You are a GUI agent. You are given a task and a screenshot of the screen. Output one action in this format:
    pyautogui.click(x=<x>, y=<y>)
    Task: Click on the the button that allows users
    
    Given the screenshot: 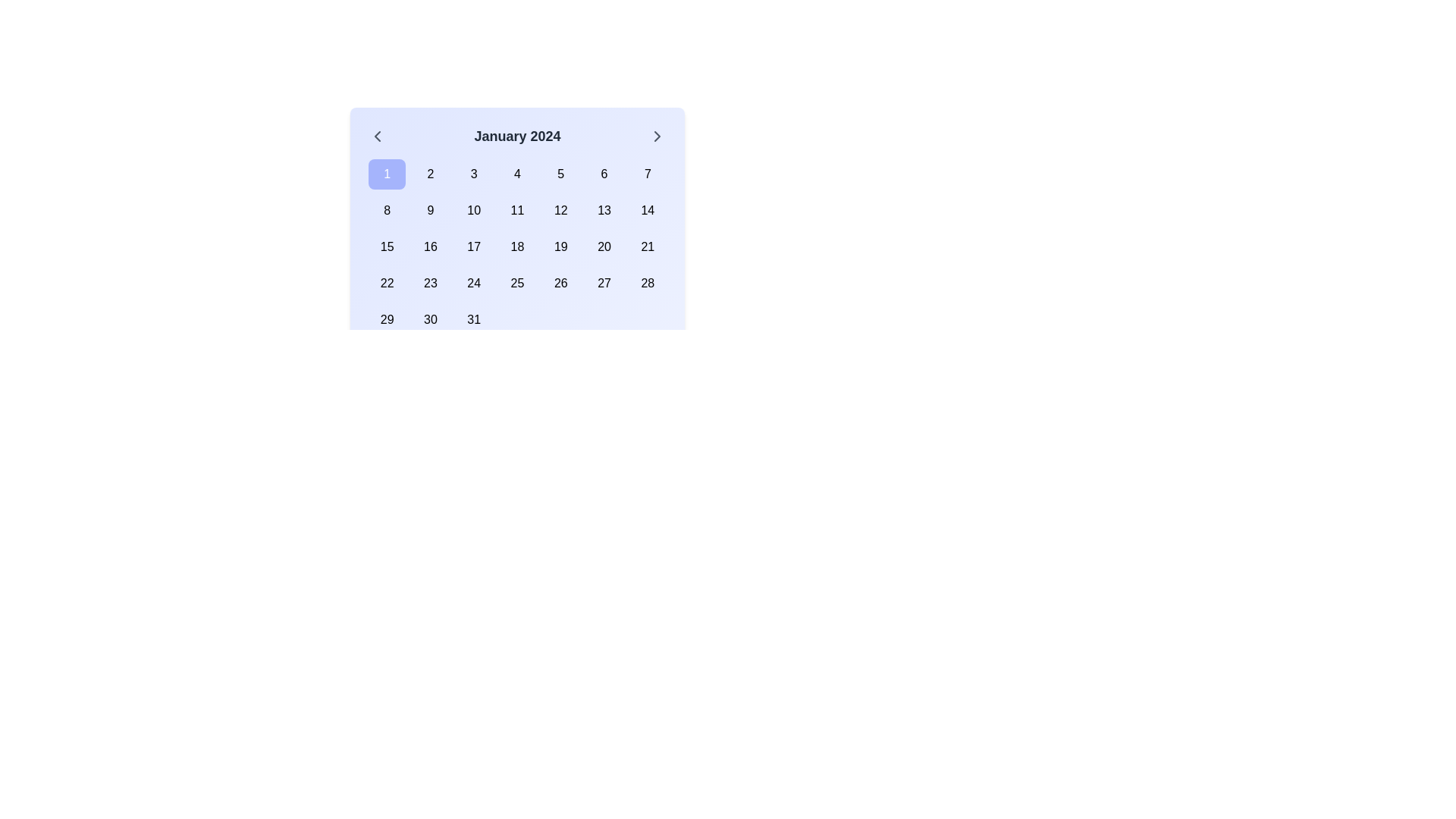 What is the action you would take?
    pyautogui.click(x=517, y=210)
    